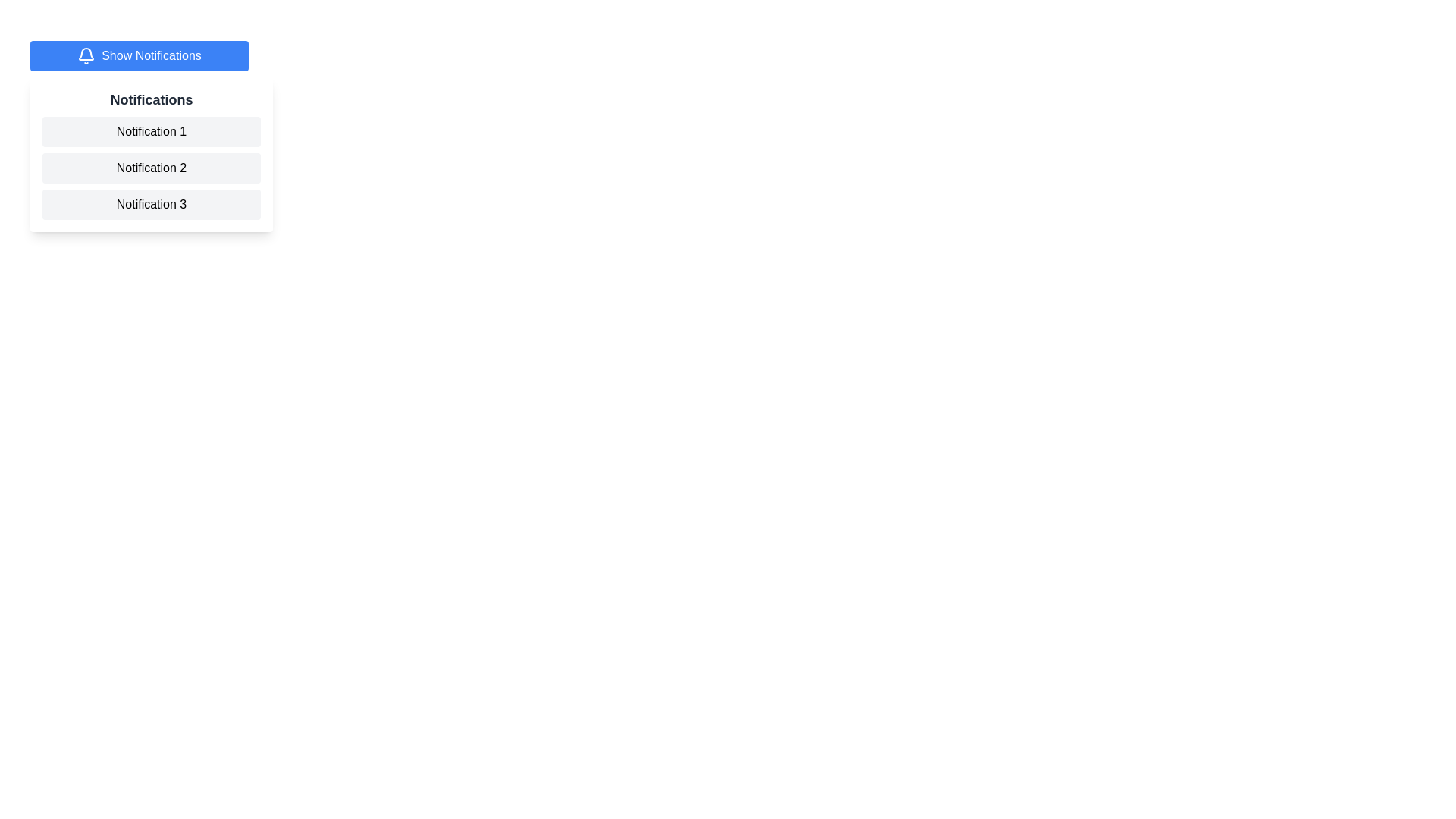  Describe the element at coordinates (152, 168) in the screenshot. I see `the second notification item in the notification section, which is positioned directly below 'Notification 1' and above 'Notification 3'` at that location.